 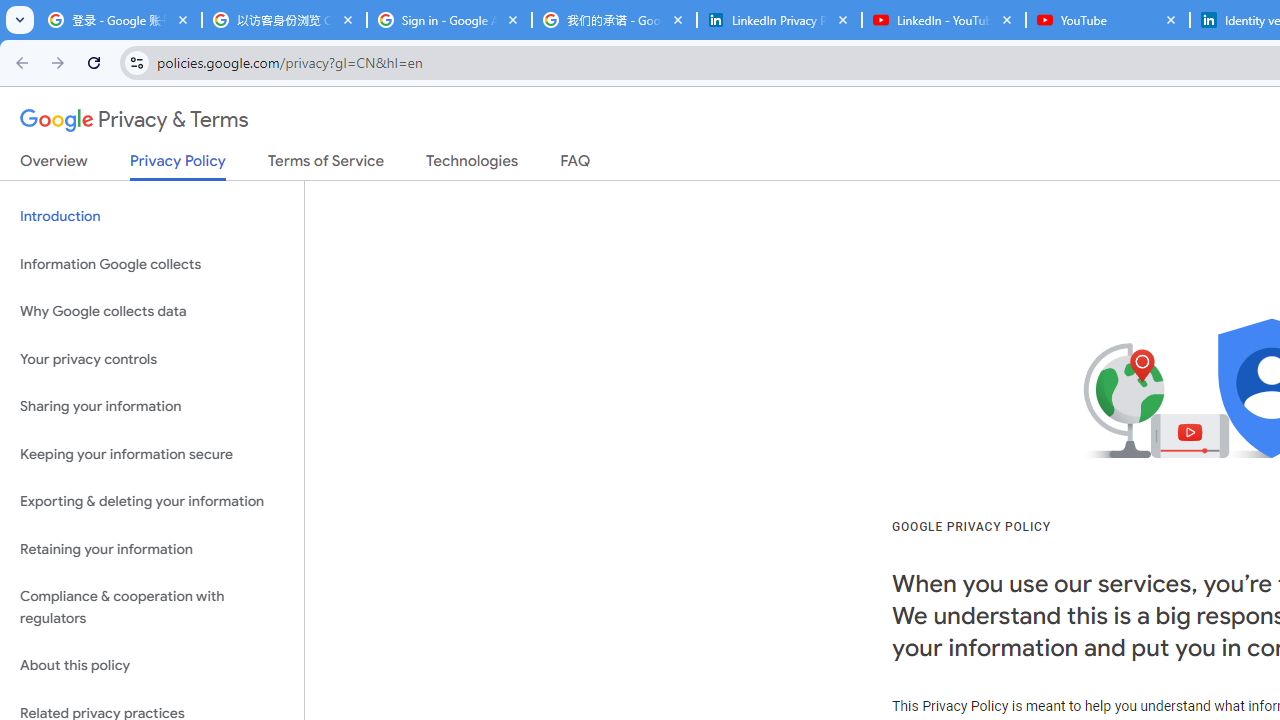 I want to click on 'Compliance & cooperation with regulators', so click(x=151, y=607).